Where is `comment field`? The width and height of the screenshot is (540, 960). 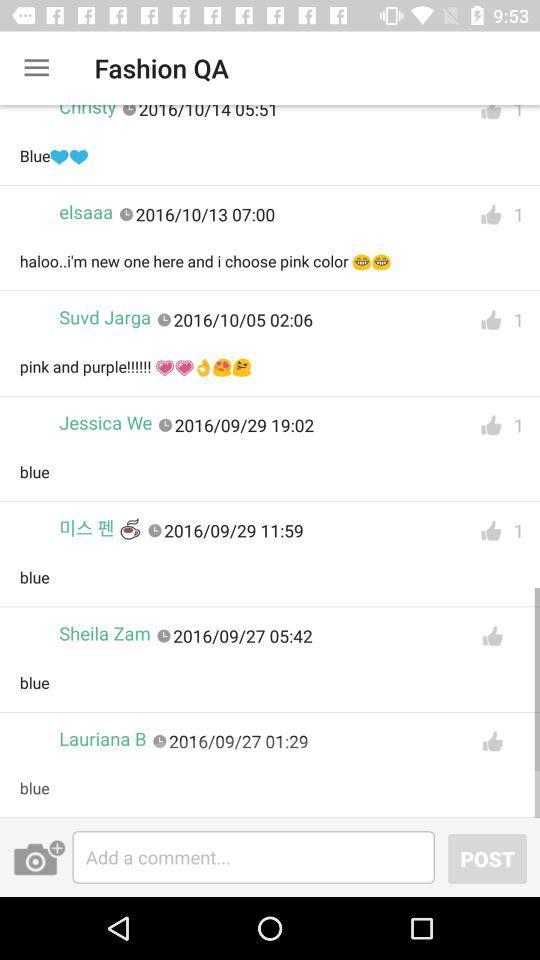
comment field is located at coordinates (253, 856).